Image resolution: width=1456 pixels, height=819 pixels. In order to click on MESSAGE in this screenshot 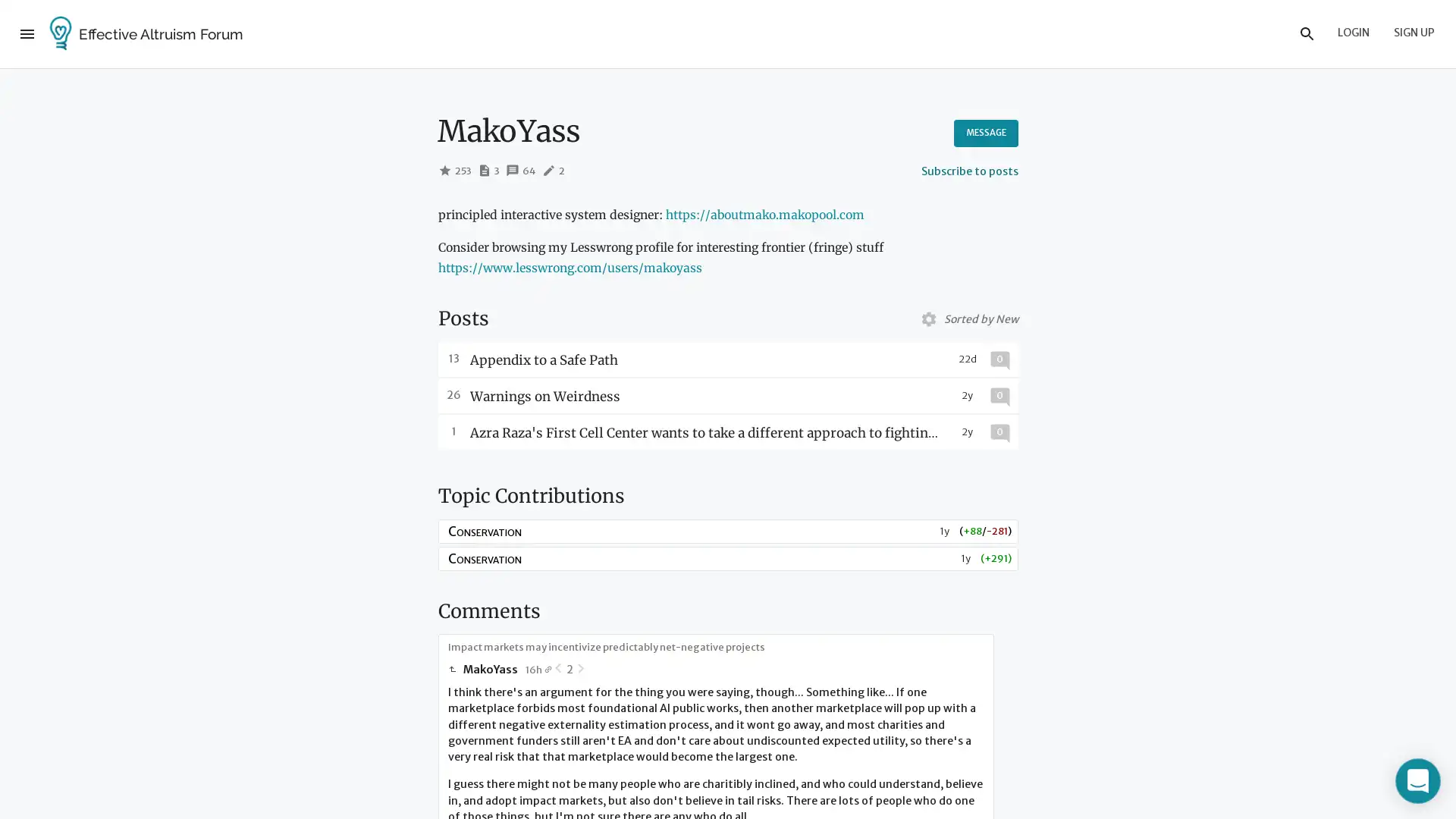, I will do `click(985, 133)`.